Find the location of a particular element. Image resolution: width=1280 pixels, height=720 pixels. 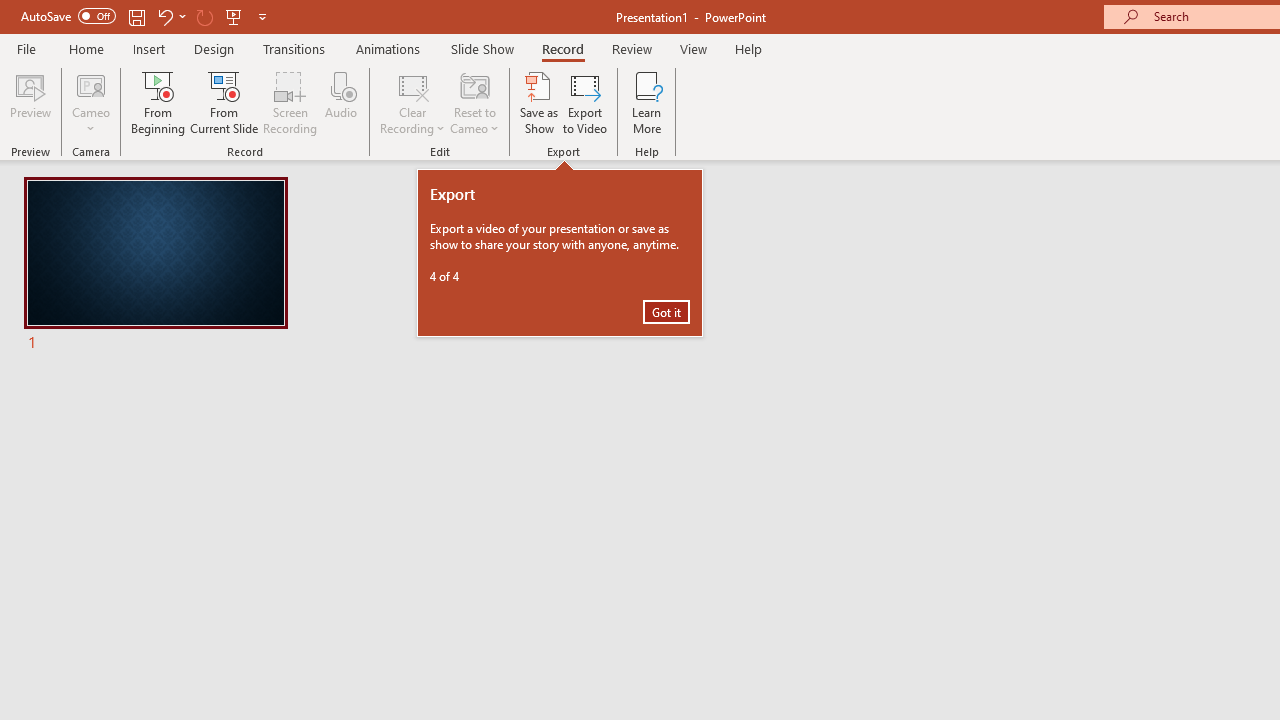

'Undo' is located at coordinates (170, 16).